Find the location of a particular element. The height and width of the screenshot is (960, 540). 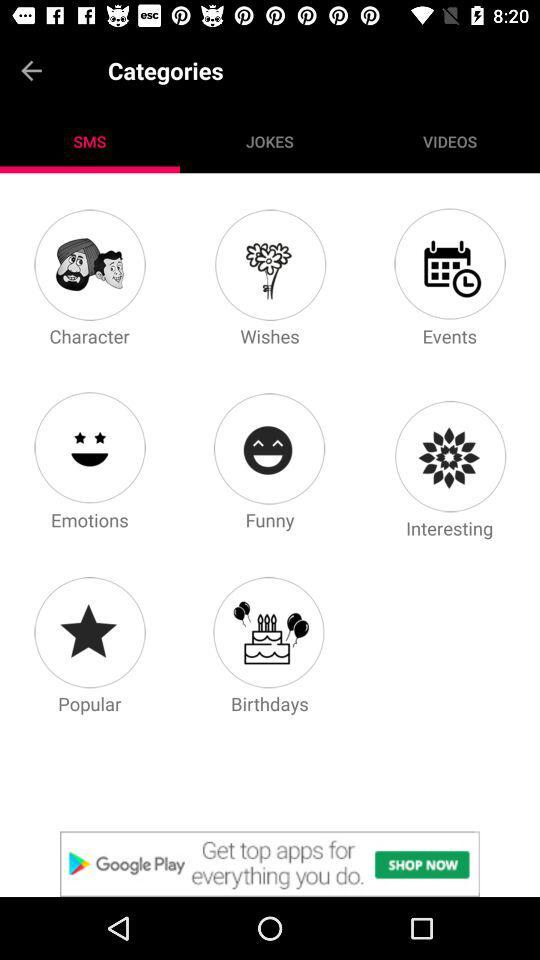

birthday is located at coordinates (269, 631).